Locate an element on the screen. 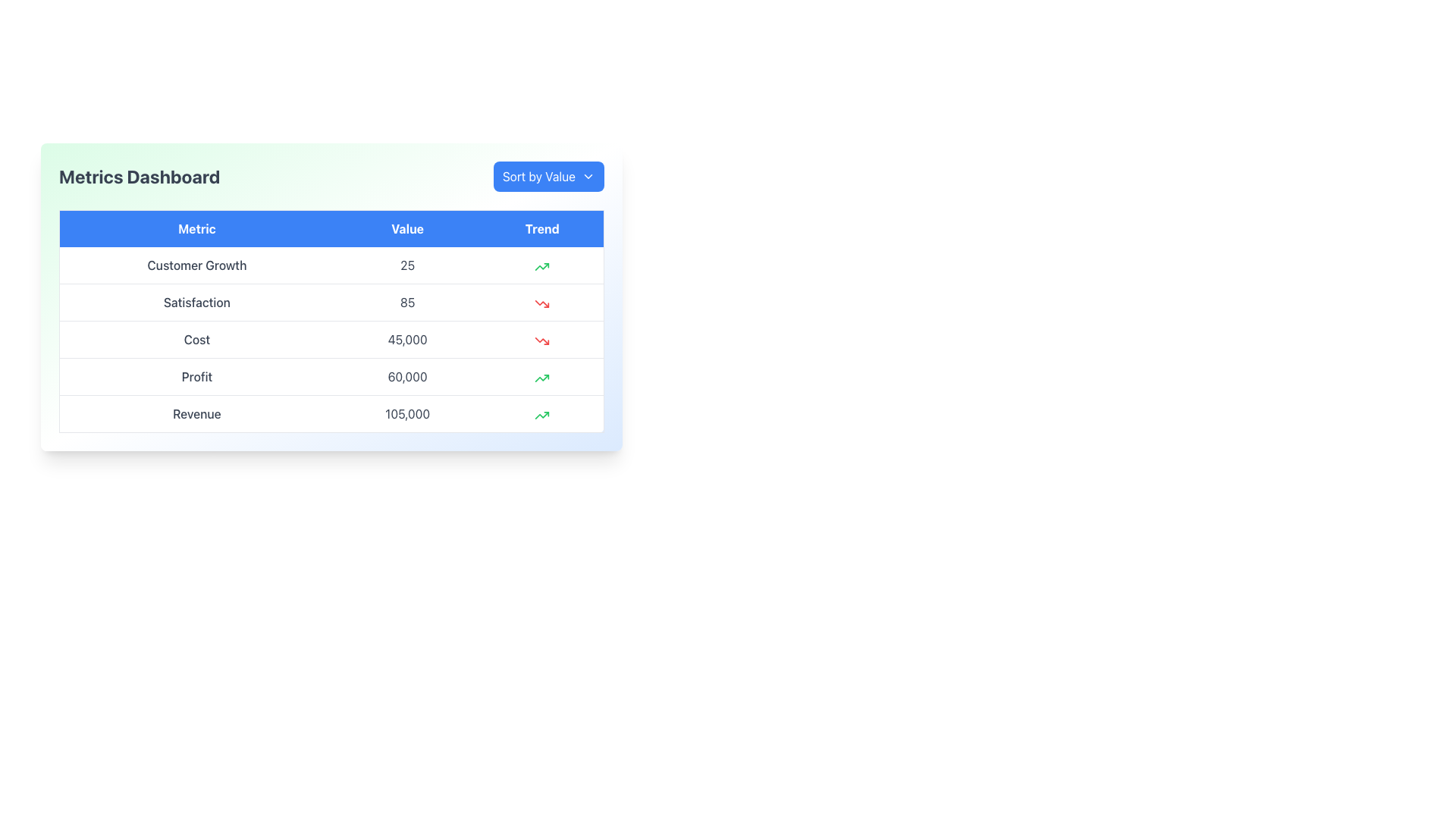 This screenshot has width=1456, height=819. the trend indicator icon with an upwards arrow styled in green, which indicates a positive trend in the 'Profit' column of the table is located at coordinates (542, 376).